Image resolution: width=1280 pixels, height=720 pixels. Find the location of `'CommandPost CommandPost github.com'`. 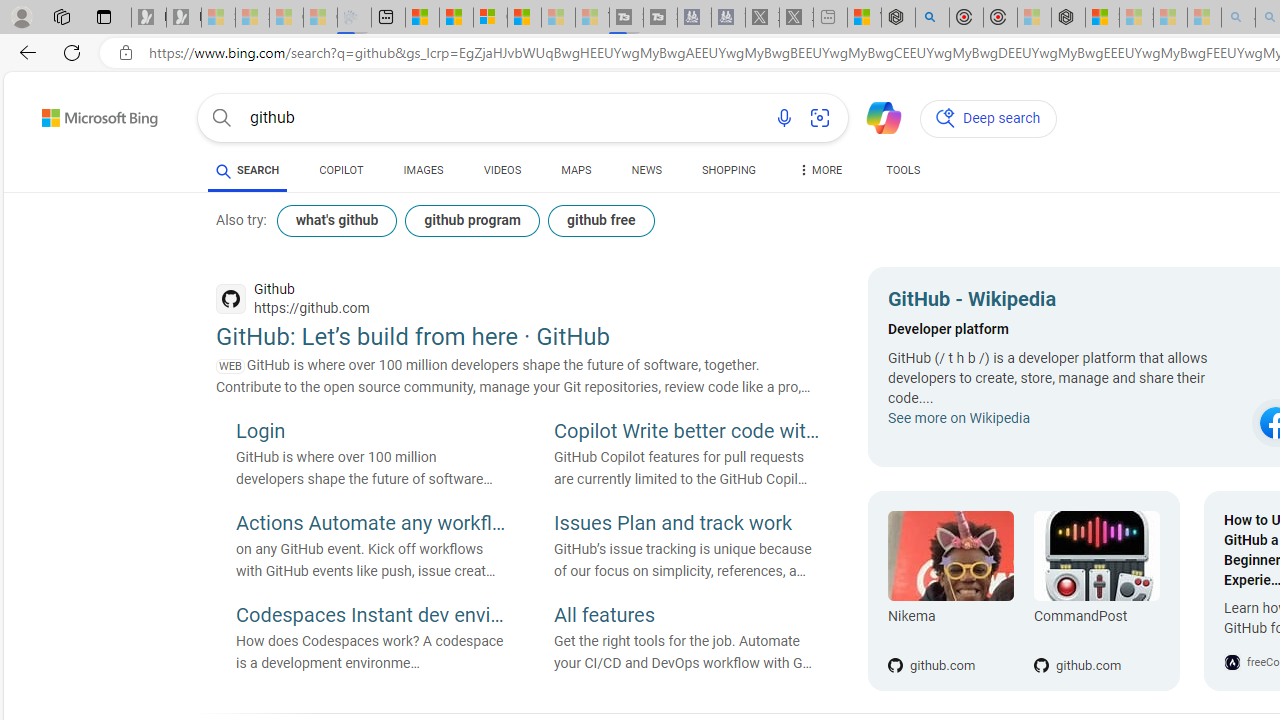

'CommandPost CommandPost github.com' is located at coordinates (1085, 590).